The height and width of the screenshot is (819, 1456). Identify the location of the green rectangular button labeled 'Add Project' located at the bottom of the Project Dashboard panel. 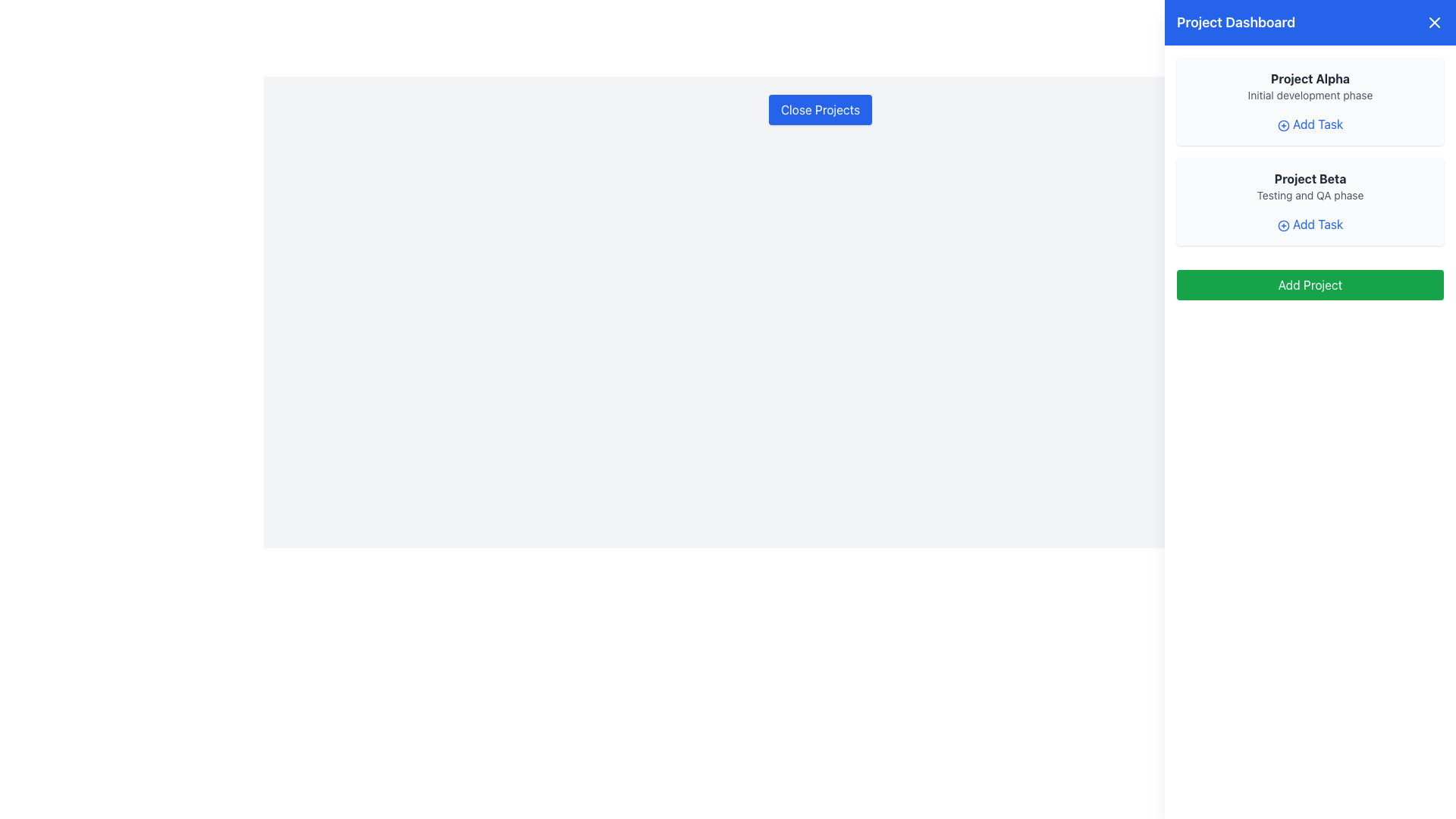
(1310, 284).